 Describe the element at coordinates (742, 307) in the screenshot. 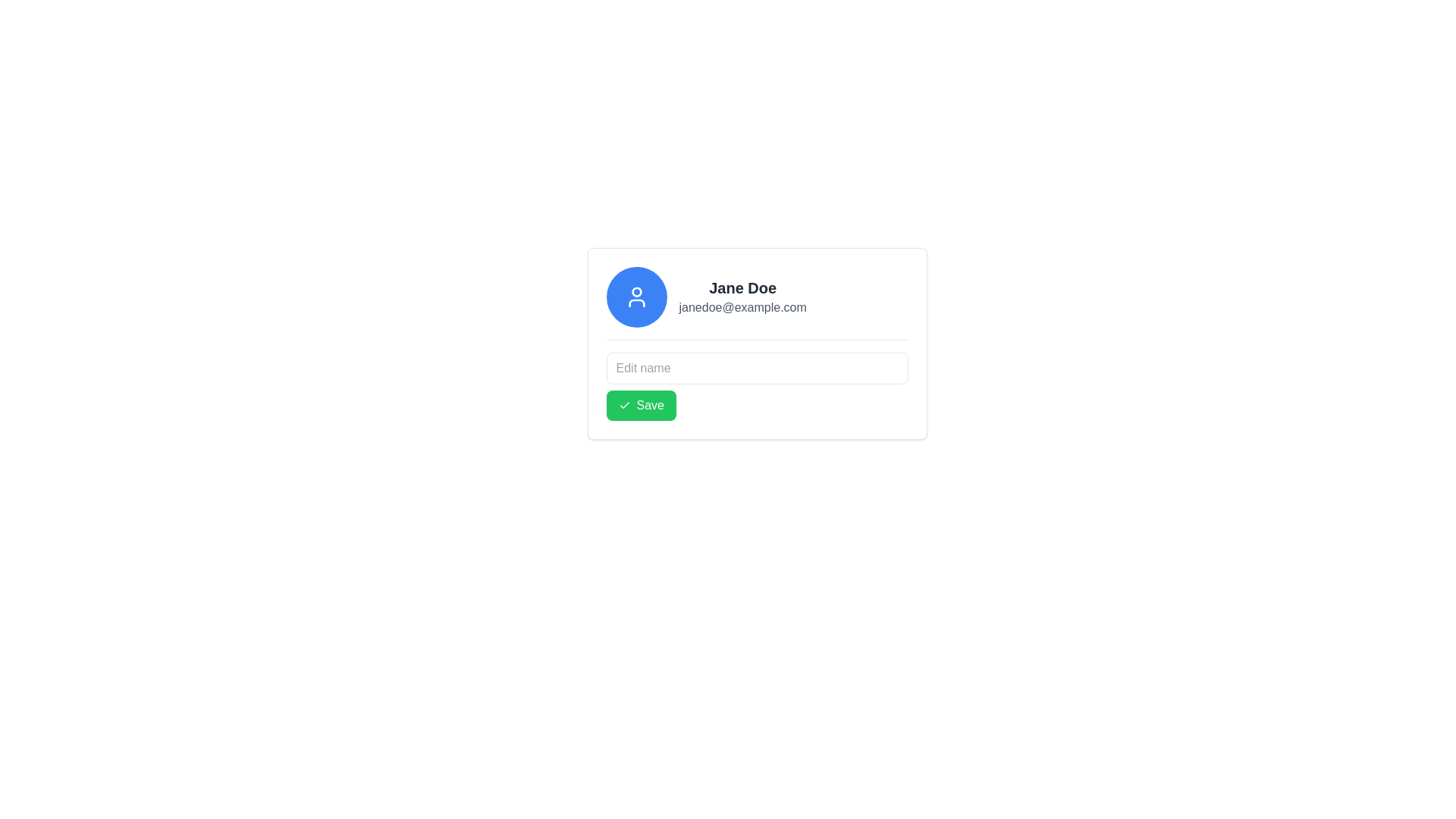

I see `the text label displaying the email address 'janedoe@example.com', which is styled in gray and positioned below the name 'Jane Doe'` at that location.